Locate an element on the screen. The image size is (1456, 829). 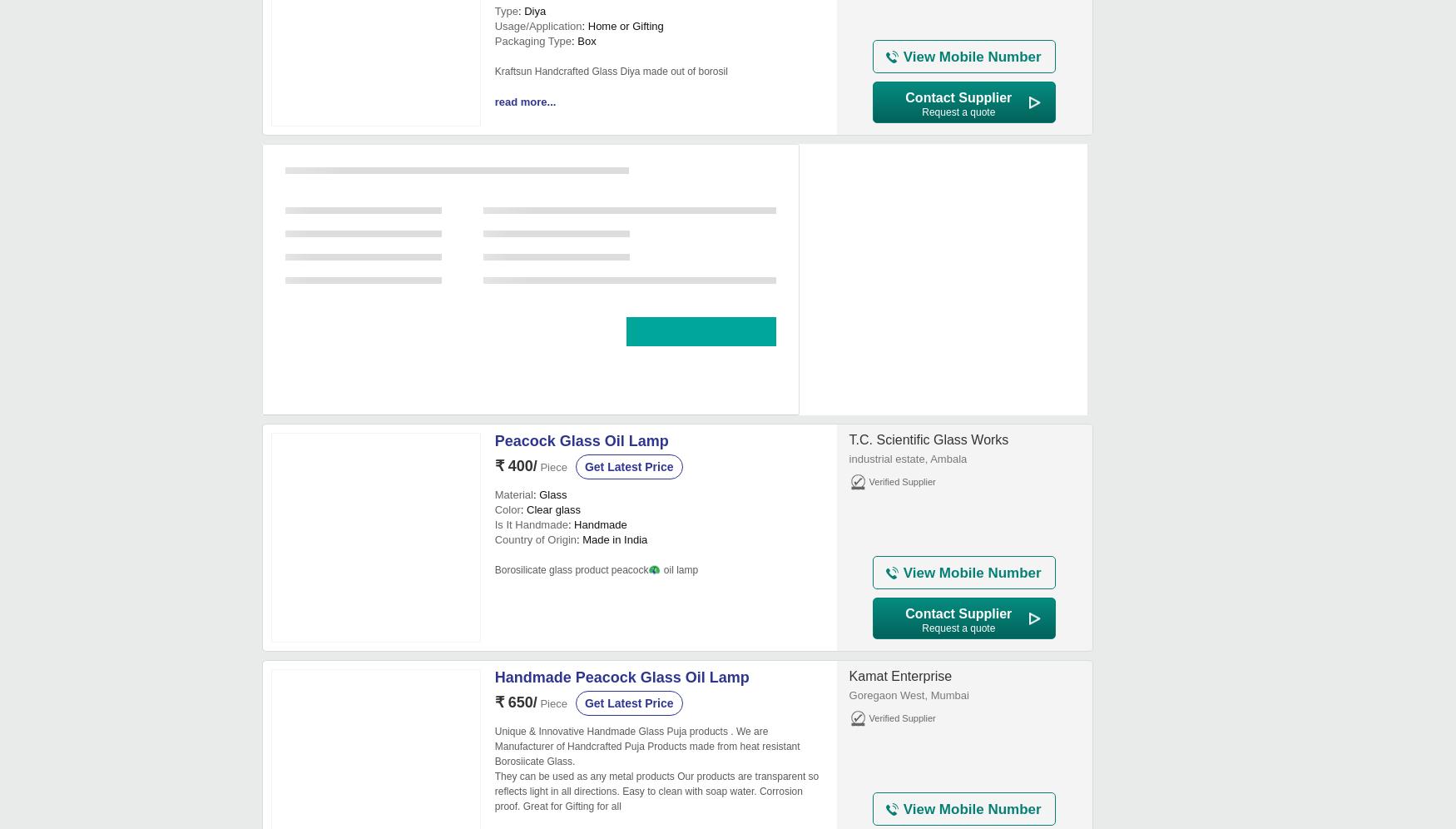
'Color' is located at coordinates (507, 509).